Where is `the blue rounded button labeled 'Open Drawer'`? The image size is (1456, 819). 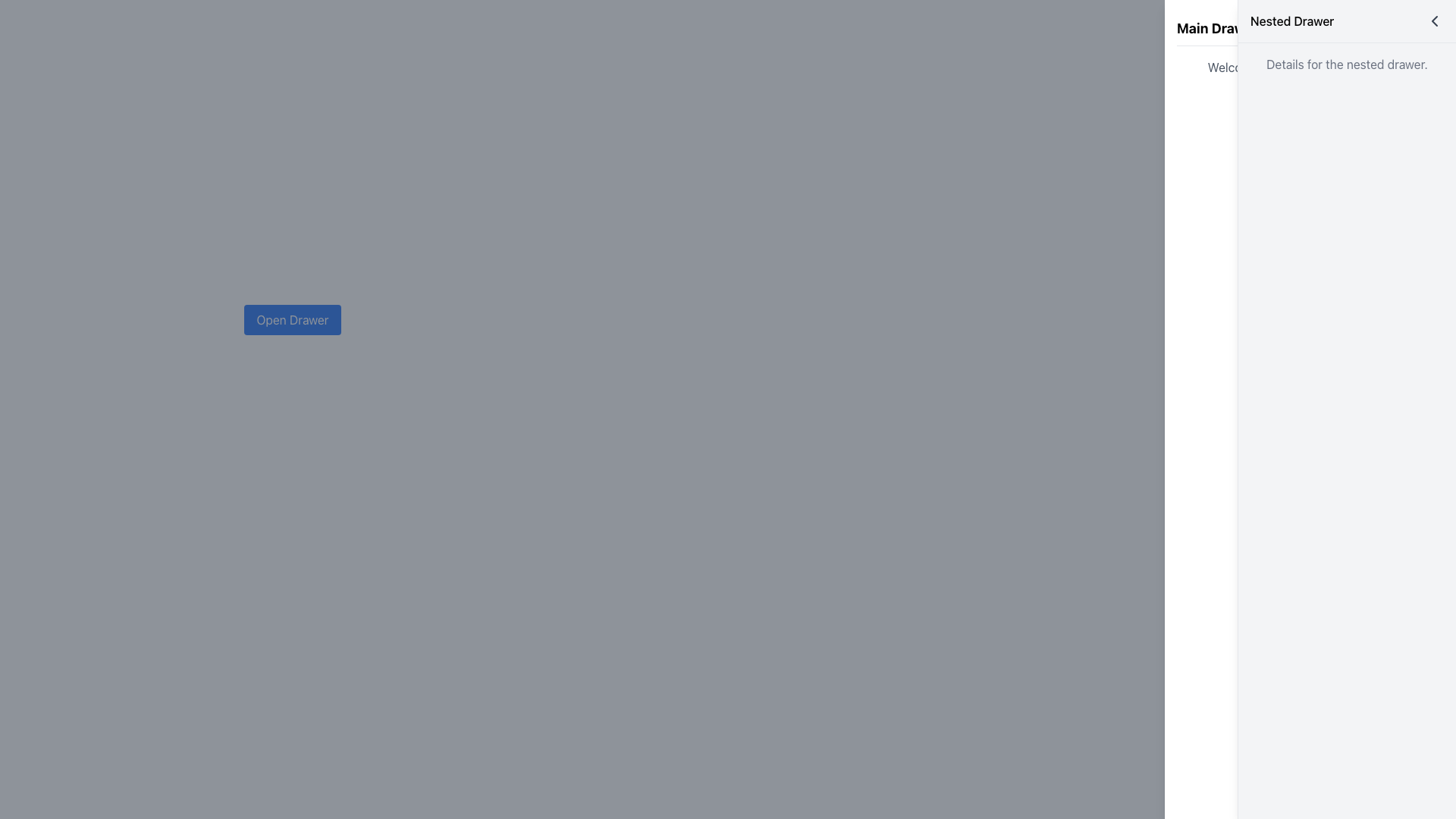
the blue rounded button labeled 'Open Drawer' is located at coordinates (292, 318).